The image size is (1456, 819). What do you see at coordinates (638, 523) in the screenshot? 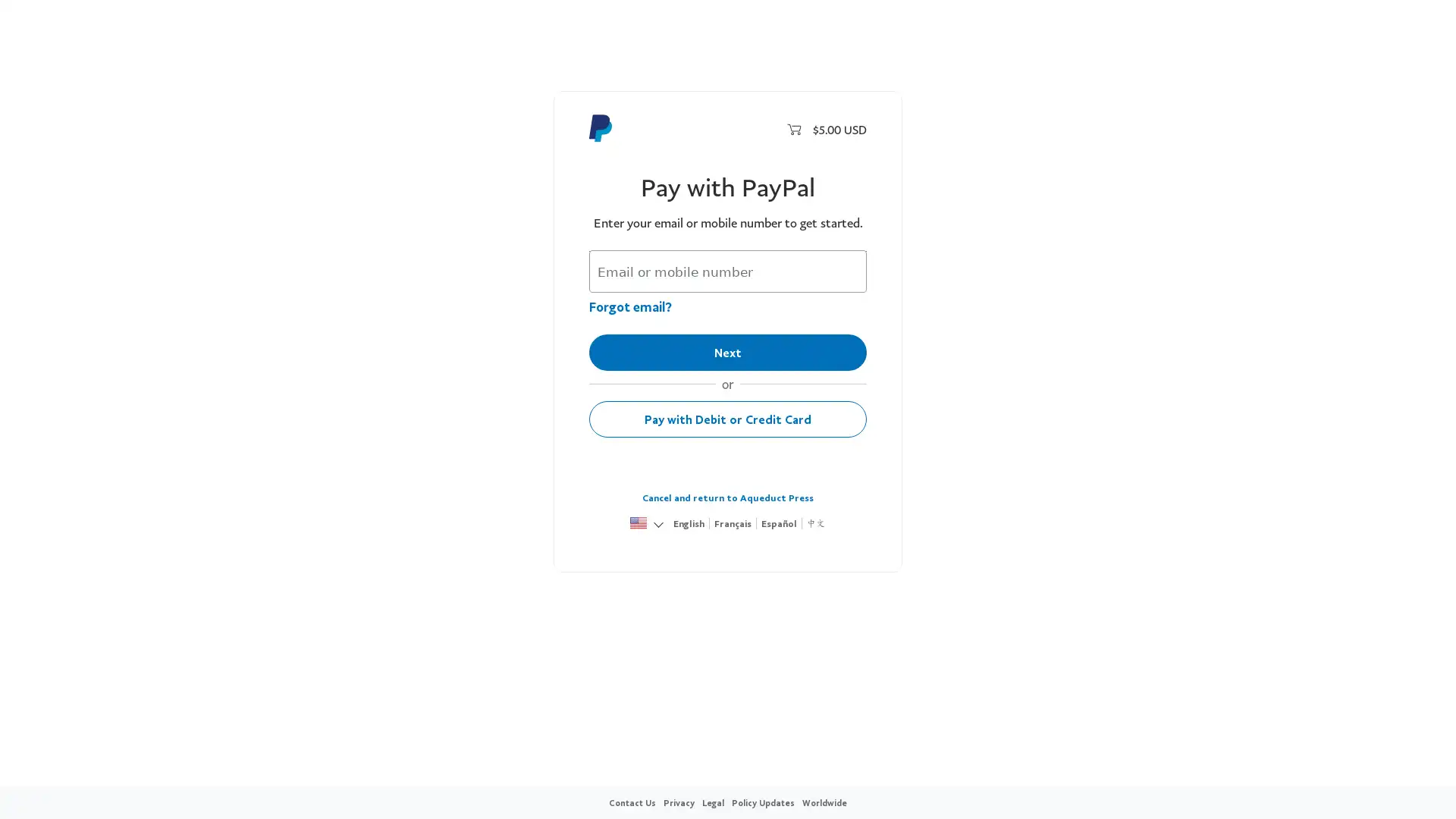
I see `United States` at bounding box center [638, 523].